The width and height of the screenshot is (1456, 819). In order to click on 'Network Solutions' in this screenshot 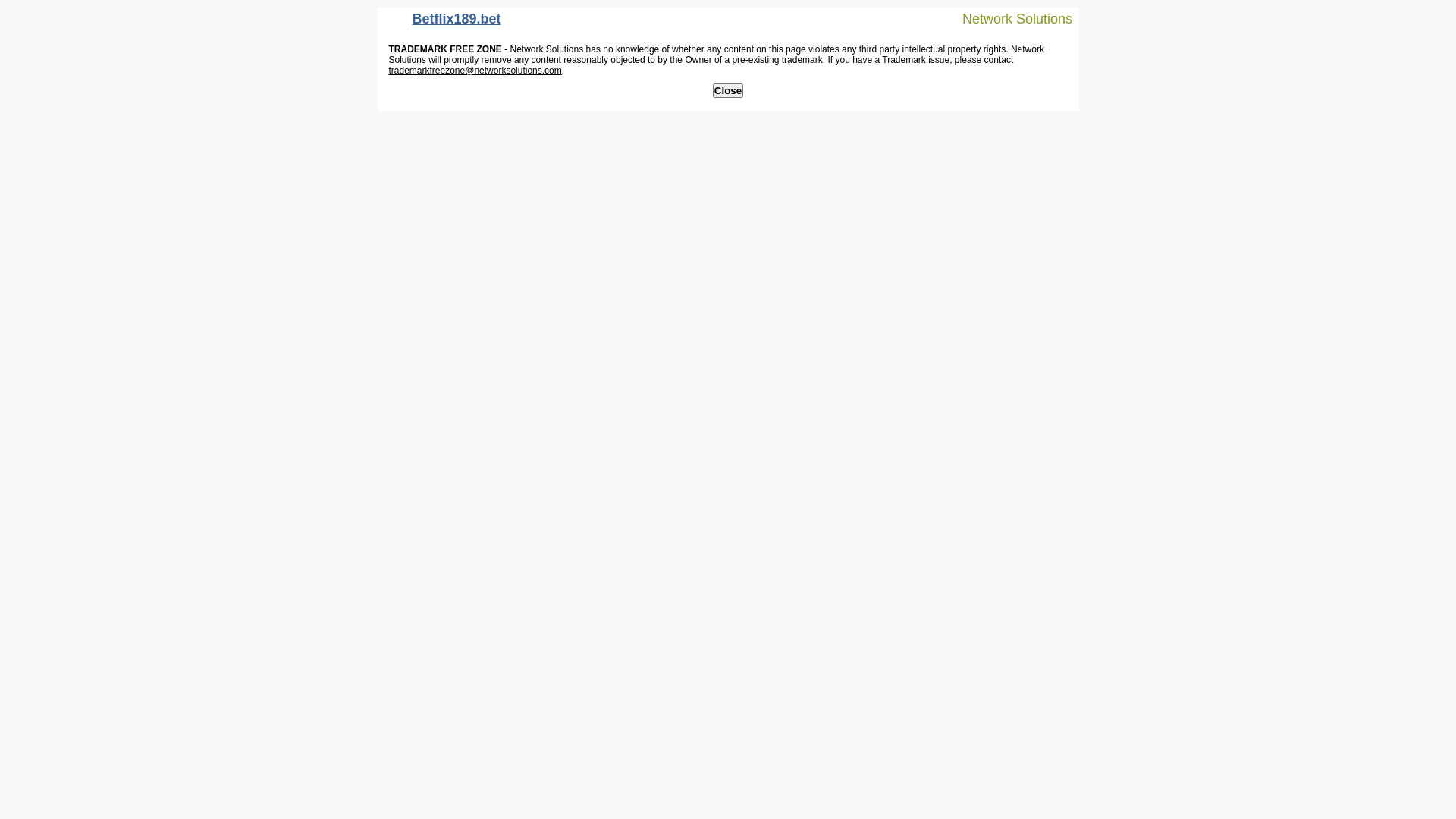, I will do `click(1008, 17)`.